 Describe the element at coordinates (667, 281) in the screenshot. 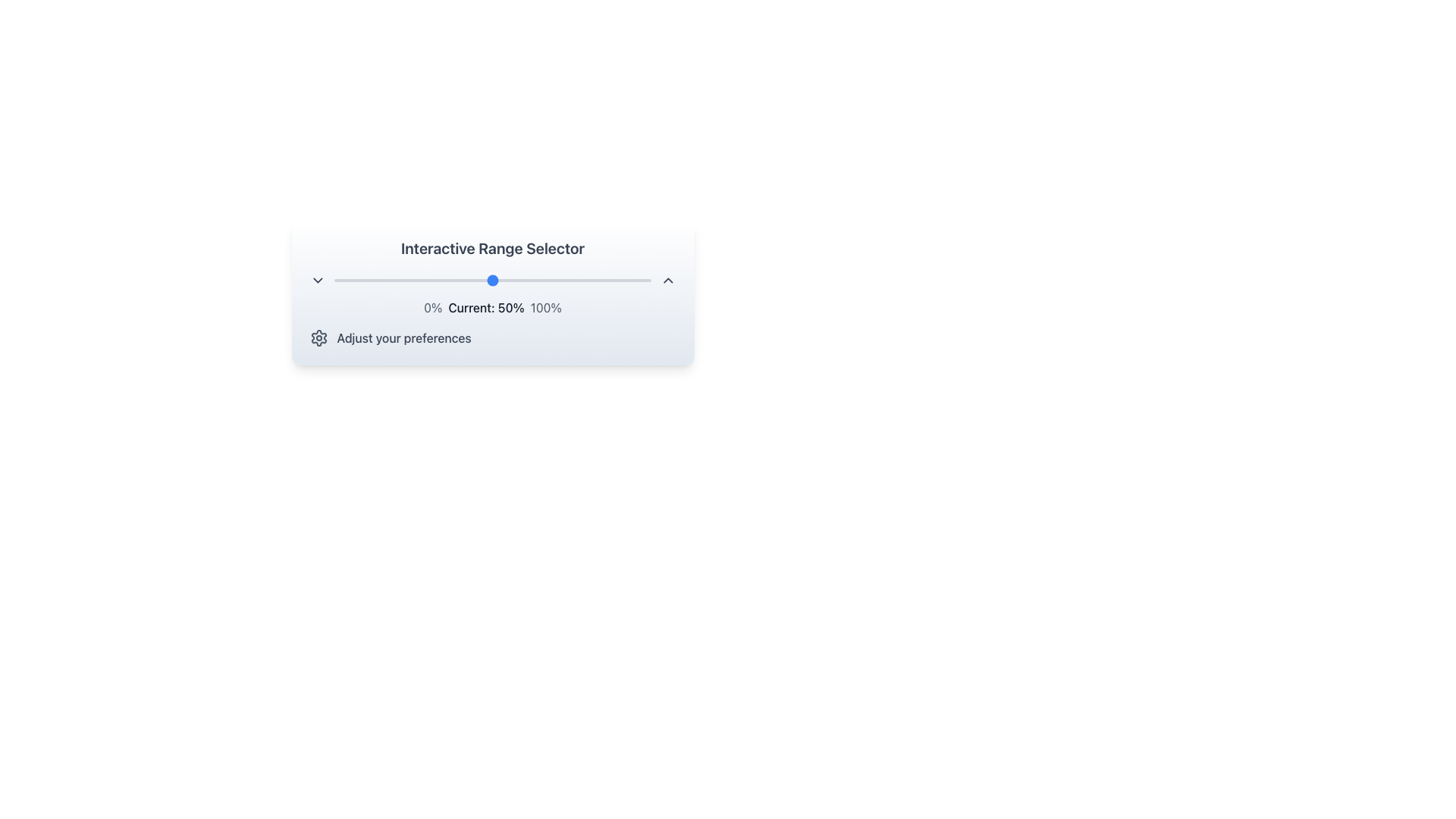

I see `the upward-facing chevron arrow icon on the far right of the range selector UI to increment the associated range value` at that location.